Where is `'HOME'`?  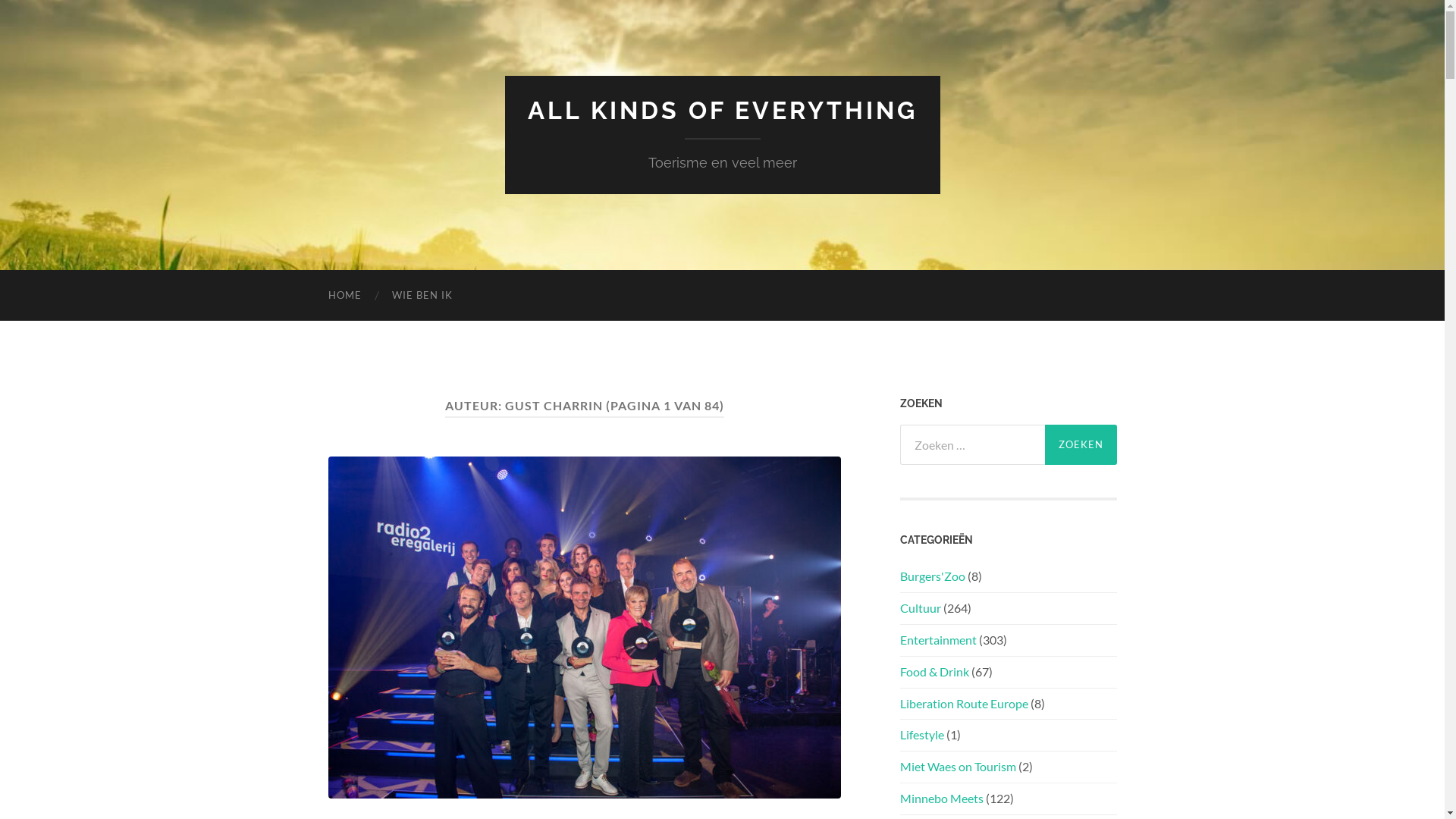
'HOME' is located at coordinates (312, 295).